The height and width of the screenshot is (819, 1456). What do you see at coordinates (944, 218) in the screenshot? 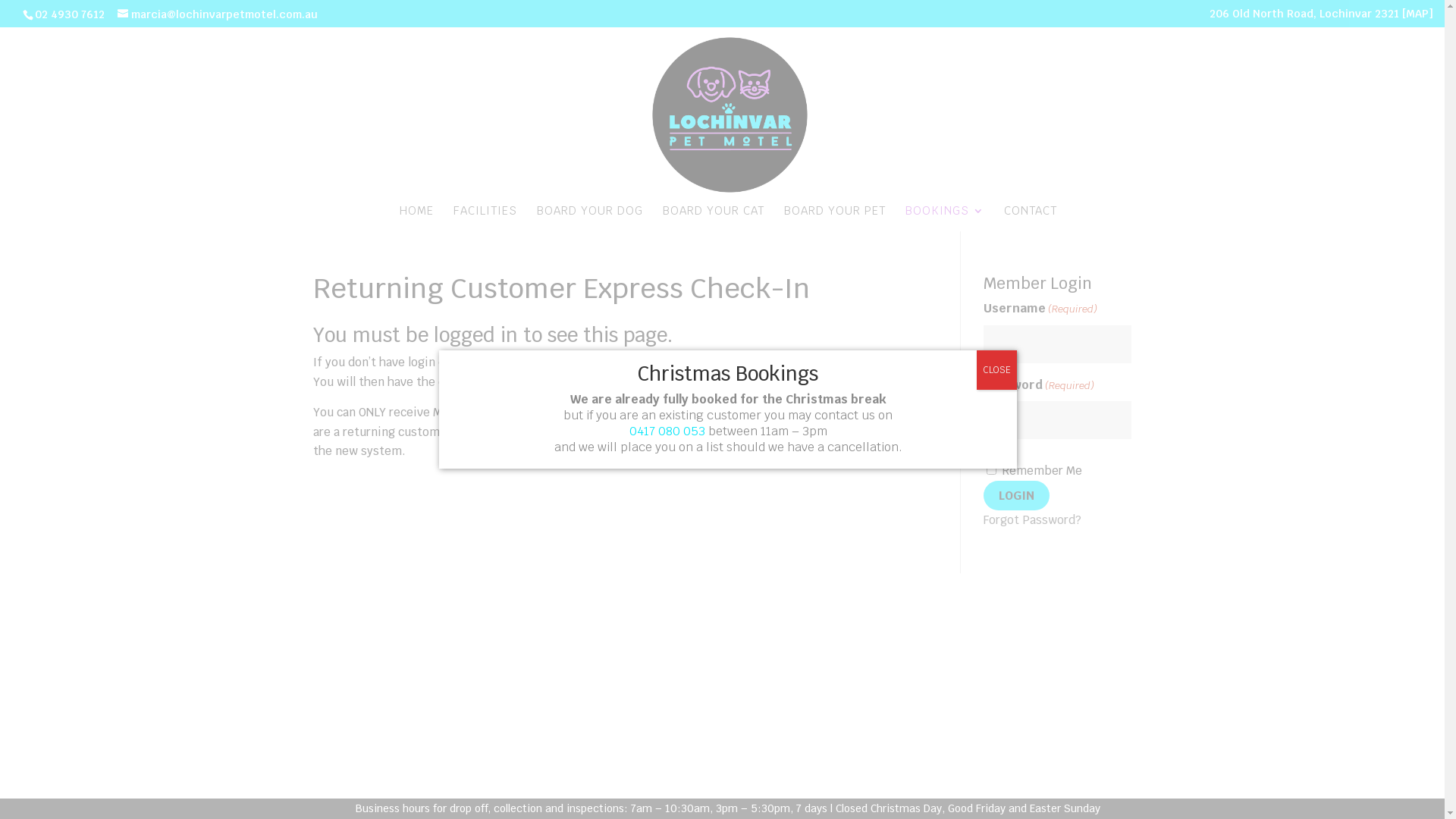
I see `'BOOKINGS'` at bounding box center [944, 218].